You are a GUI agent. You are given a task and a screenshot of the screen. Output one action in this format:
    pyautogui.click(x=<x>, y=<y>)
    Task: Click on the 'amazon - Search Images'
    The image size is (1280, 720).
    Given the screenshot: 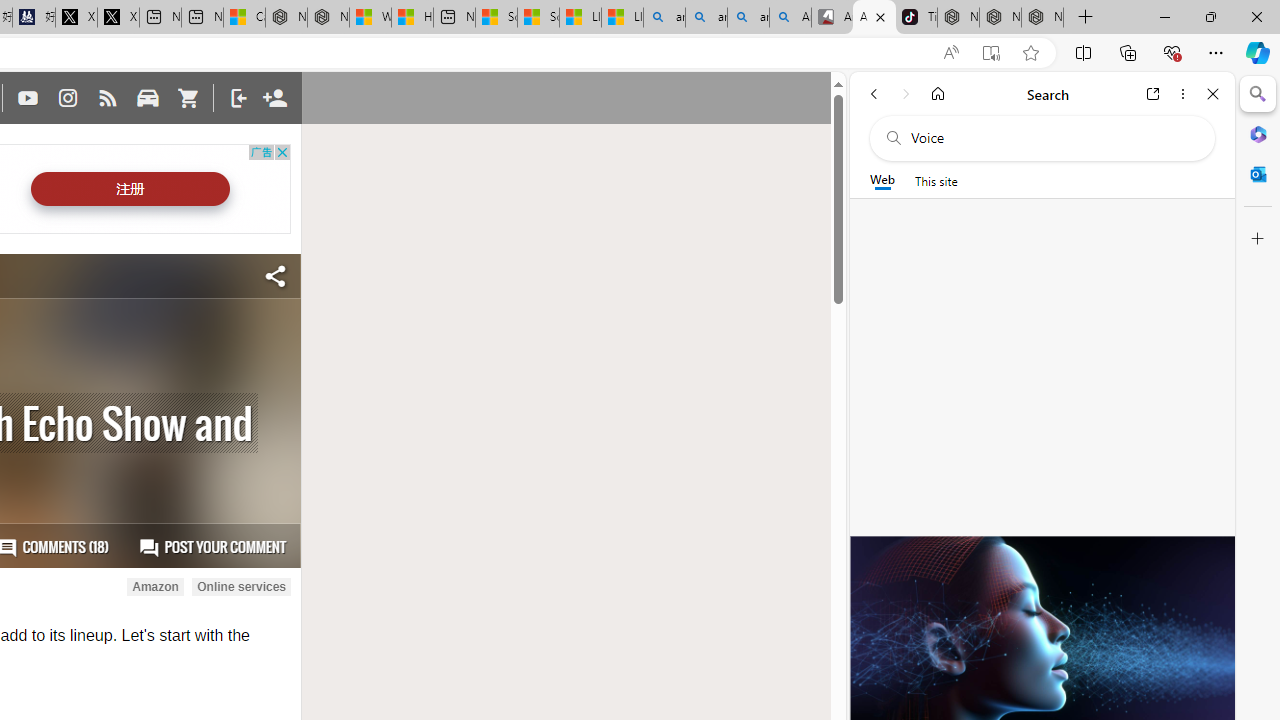 What is the action you would take?
    pyautogui.click(x=747, y=17)
    